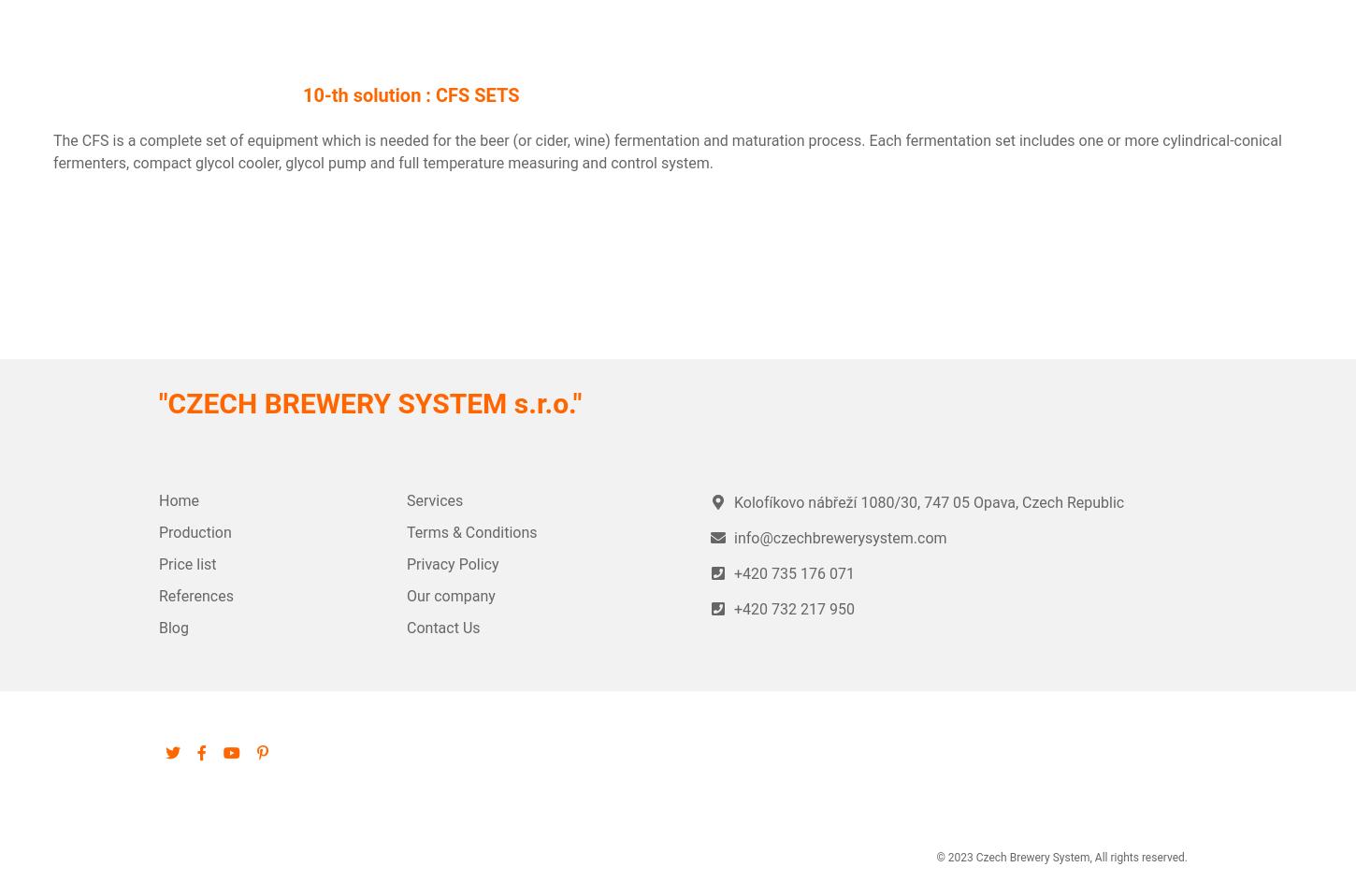 This screenshot has width=1356, height=896. I want to click on 'References', so click(195, 596).